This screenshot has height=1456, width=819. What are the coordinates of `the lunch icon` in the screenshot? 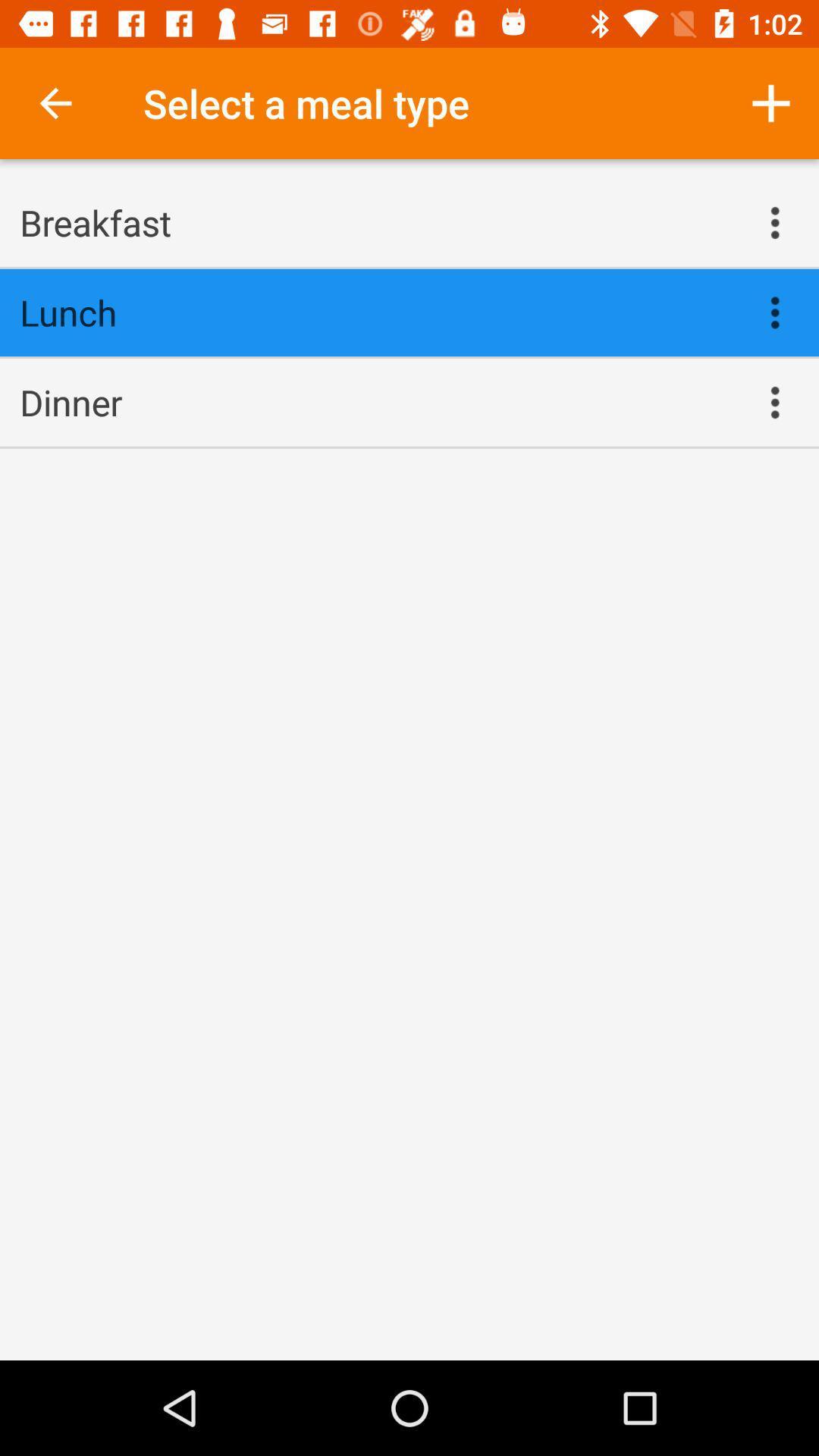 It's located at (375, 312).